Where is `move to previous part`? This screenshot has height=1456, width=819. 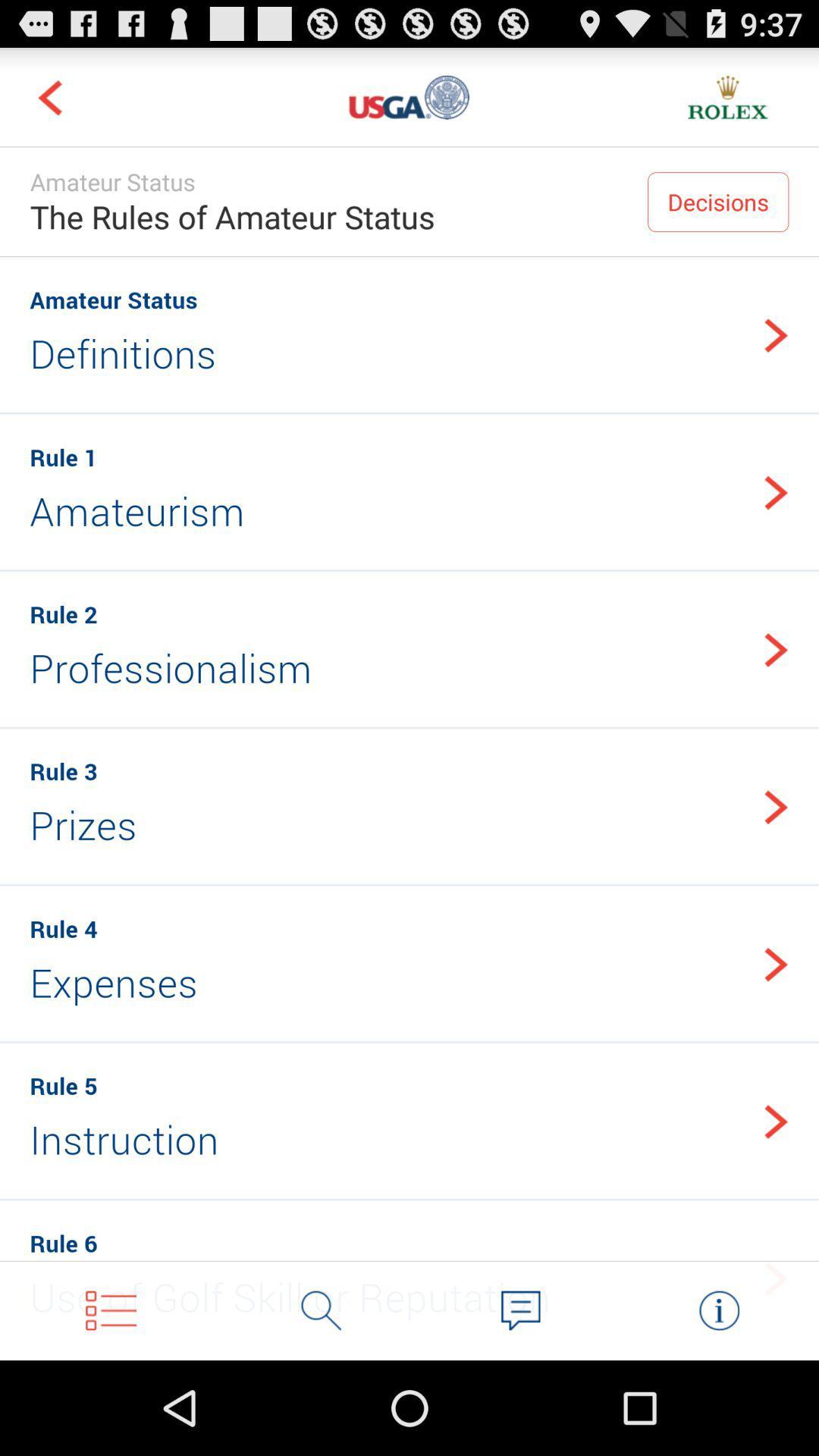 move to previous part is located at coordinates (49, 96).